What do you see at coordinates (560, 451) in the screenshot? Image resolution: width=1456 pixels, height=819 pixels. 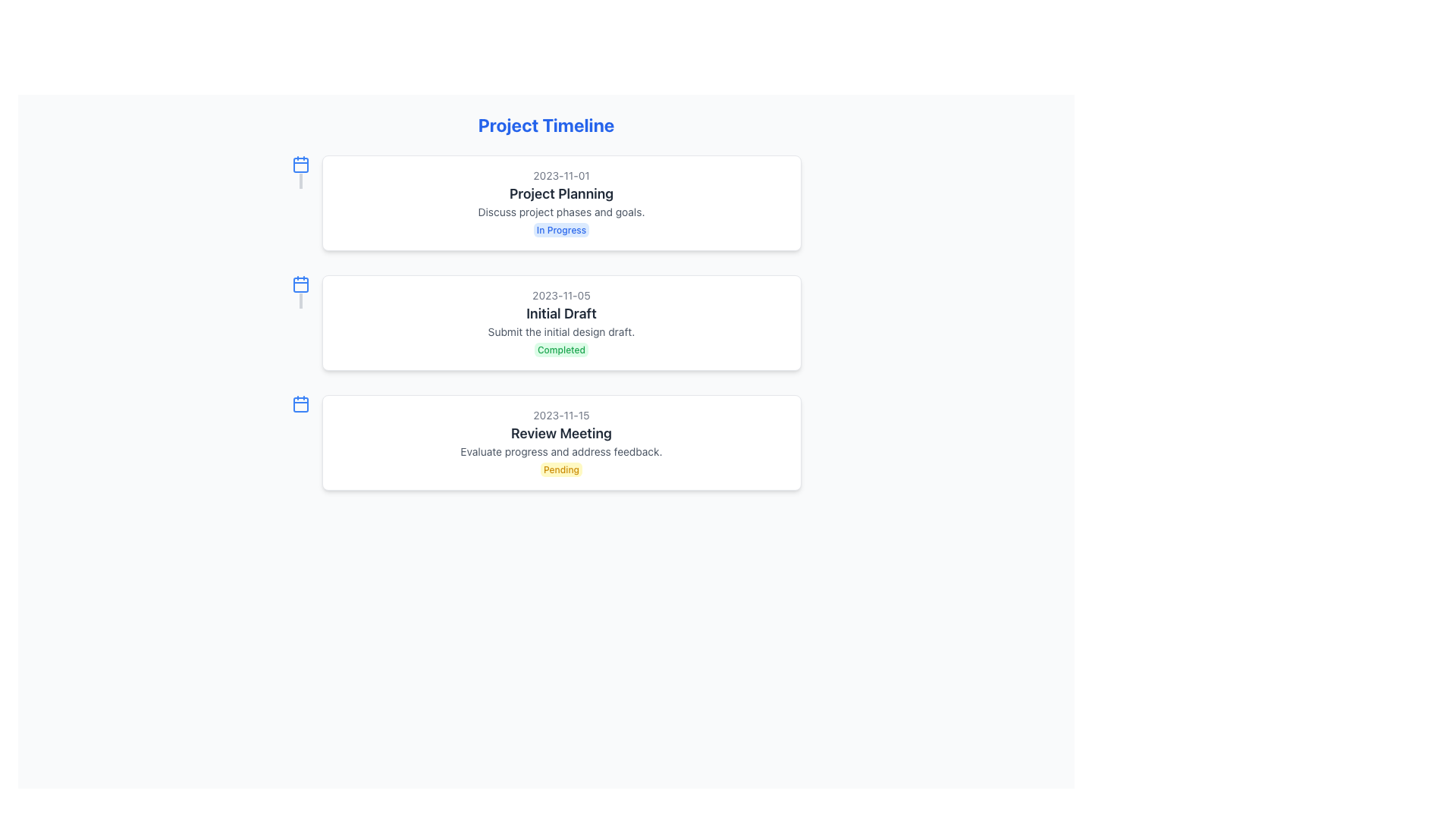 I see `the small gray text that reads 'Evaluate progress and address feedback.' located in the lower section of the 'Review Meeting' card` at bounding box center [560, 451].